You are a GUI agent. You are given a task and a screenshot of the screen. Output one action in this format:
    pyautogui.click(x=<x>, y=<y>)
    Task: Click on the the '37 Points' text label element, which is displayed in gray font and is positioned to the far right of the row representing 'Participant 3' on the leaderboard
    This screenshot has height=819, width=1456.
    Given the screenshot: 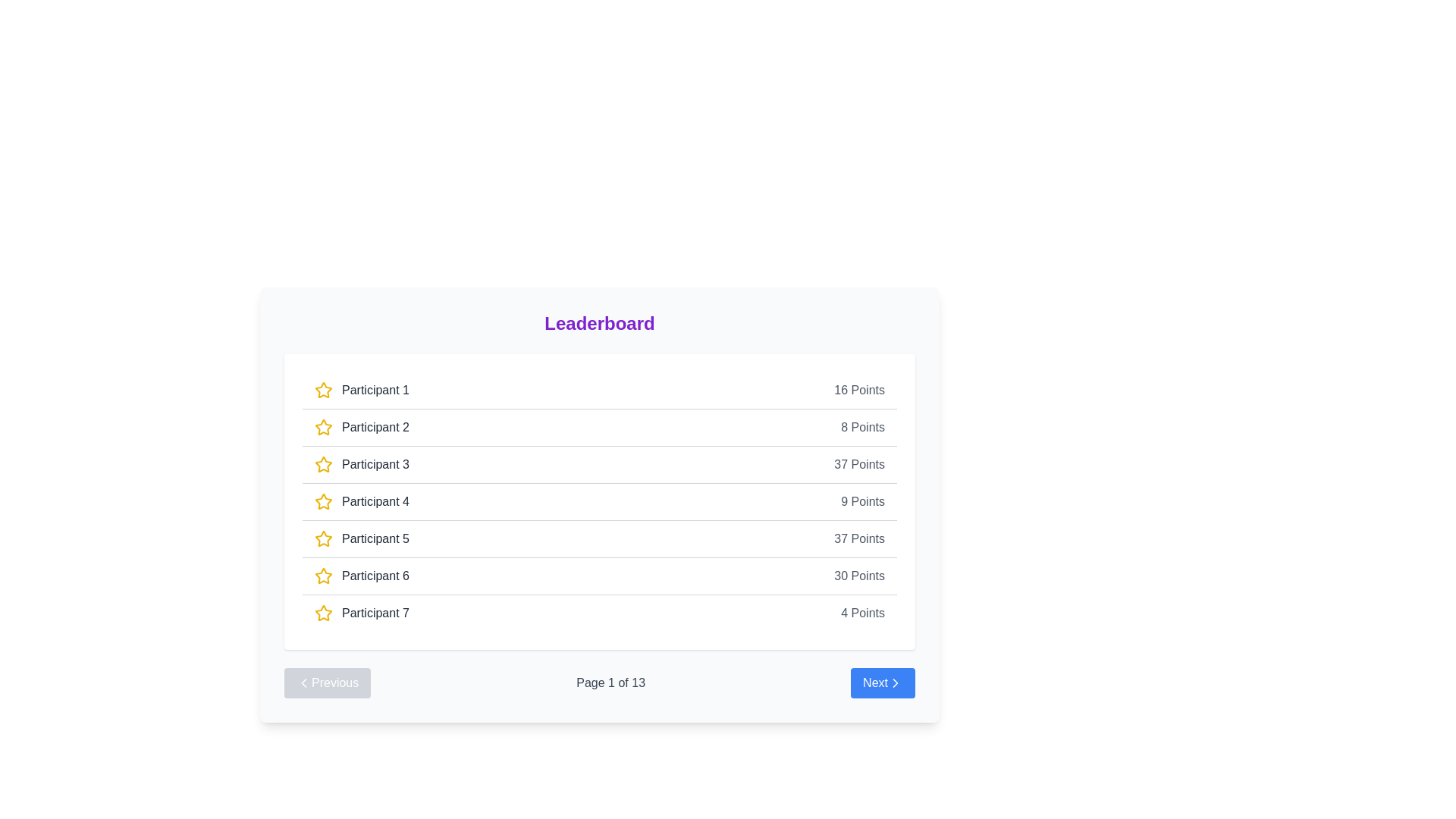 What is the action you would take?
    pyautogui.click(x=859, y=464)
    